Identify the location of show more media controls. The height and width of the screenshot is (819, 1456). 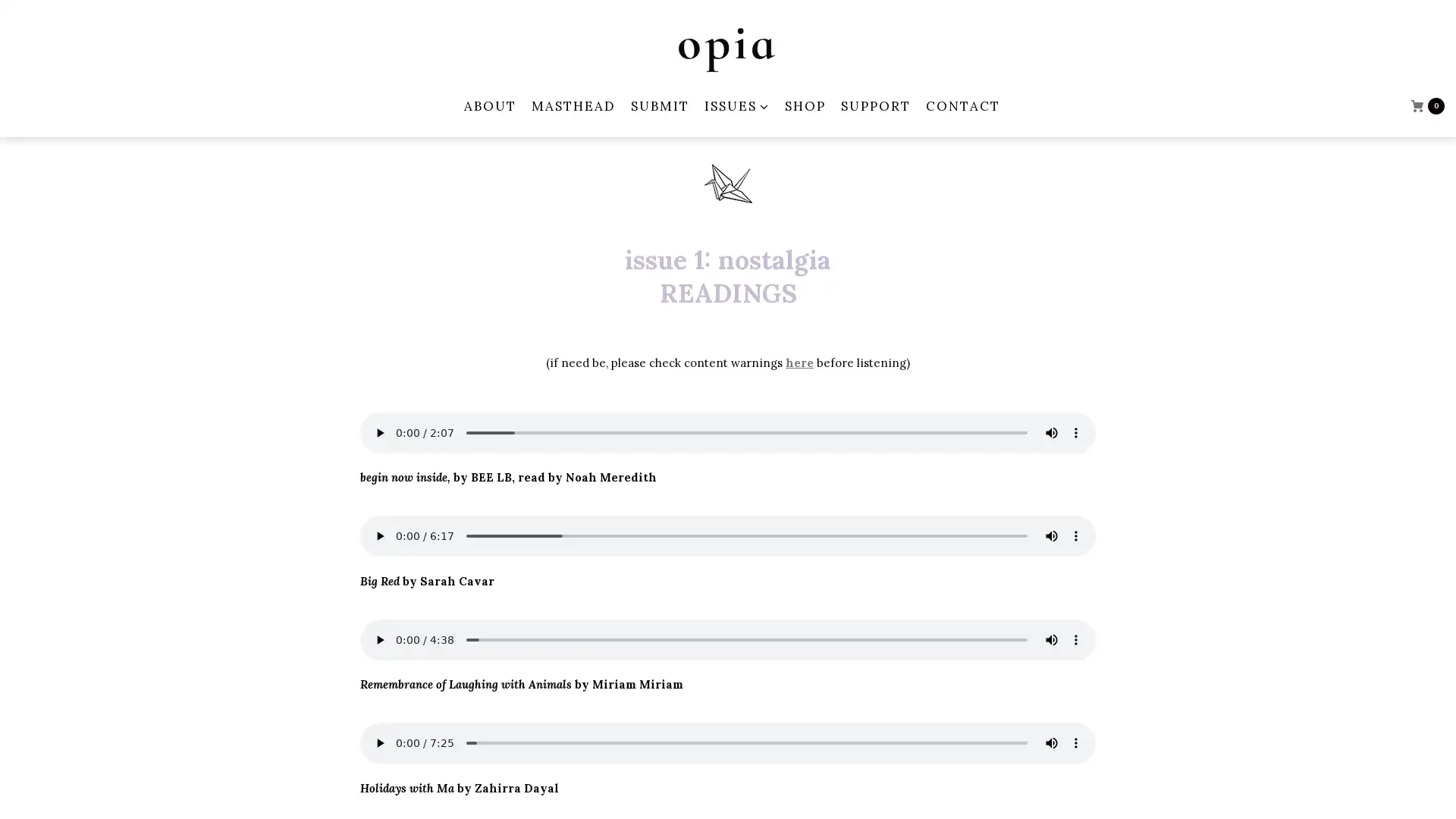
(1075, 535).